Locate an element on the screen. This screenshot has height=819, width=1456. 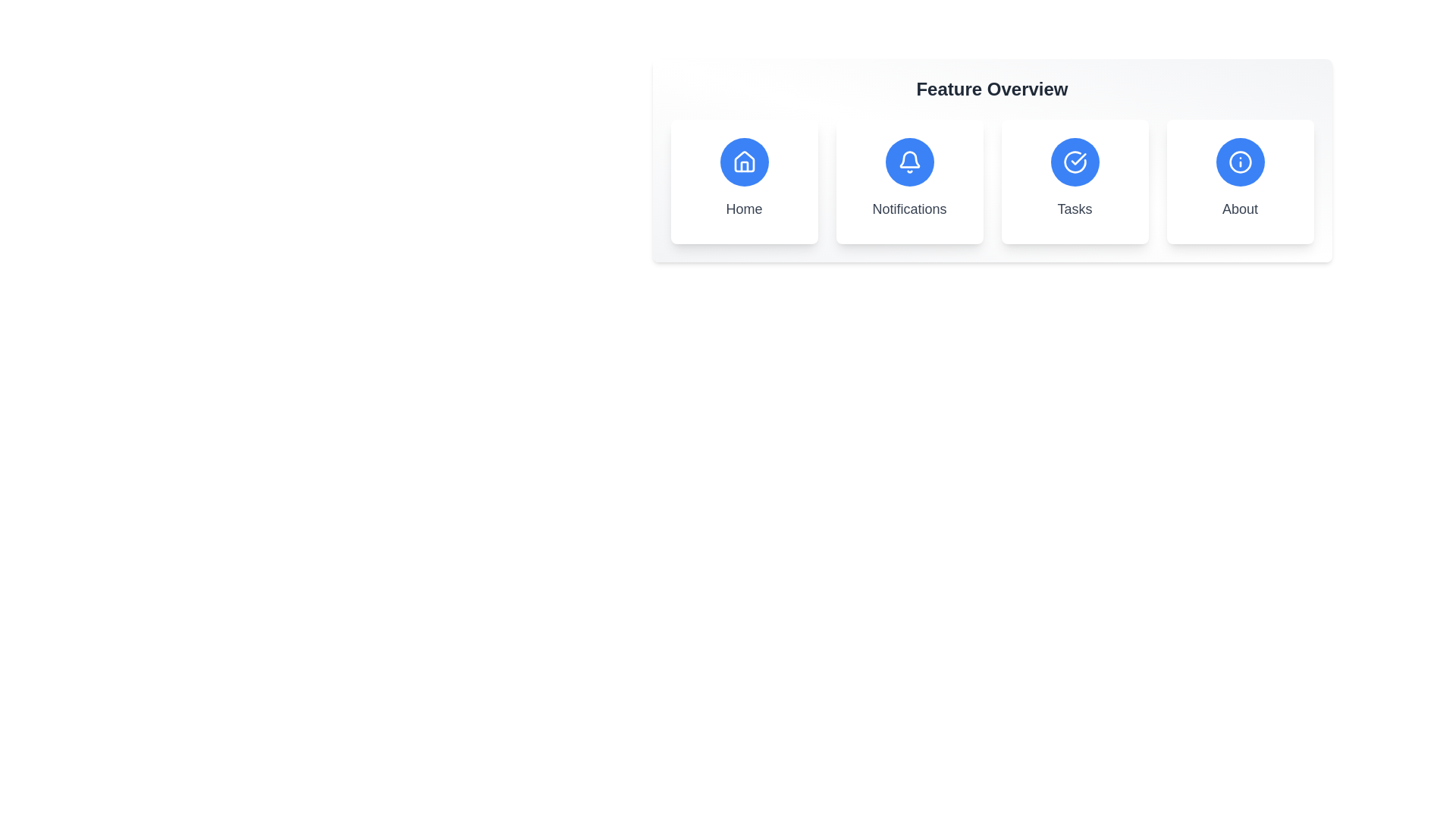
the circular icon with a blue outline and a smaller blue centerpiece located within the 'About' card in the grid of feature icons is located at coordinates (1240, 162).